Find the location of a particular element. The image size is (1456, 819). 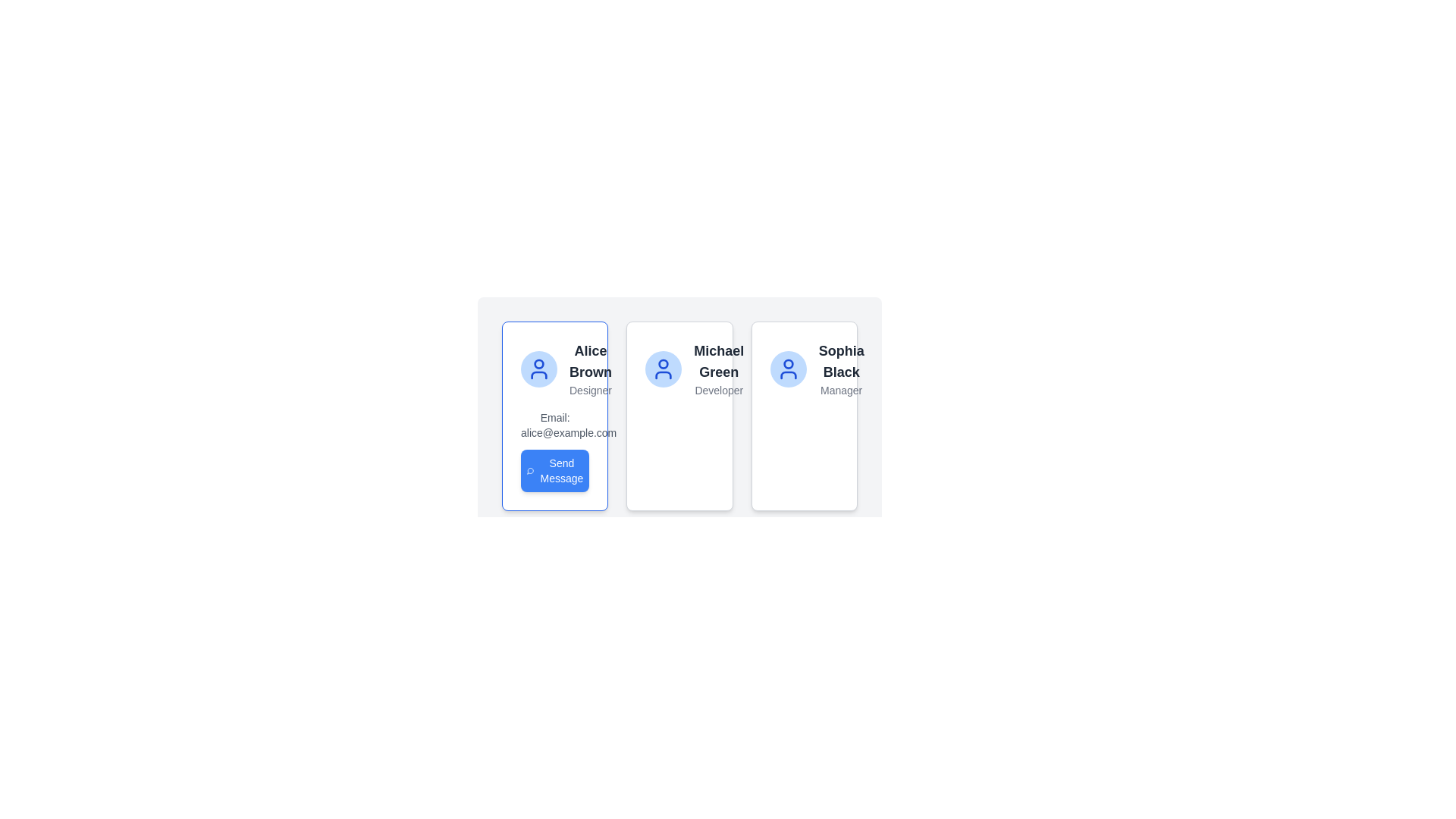

the text label that represents the individual's name in the first profile card, located at the top center just below the avatar icon is located at coordinates (589, 362).